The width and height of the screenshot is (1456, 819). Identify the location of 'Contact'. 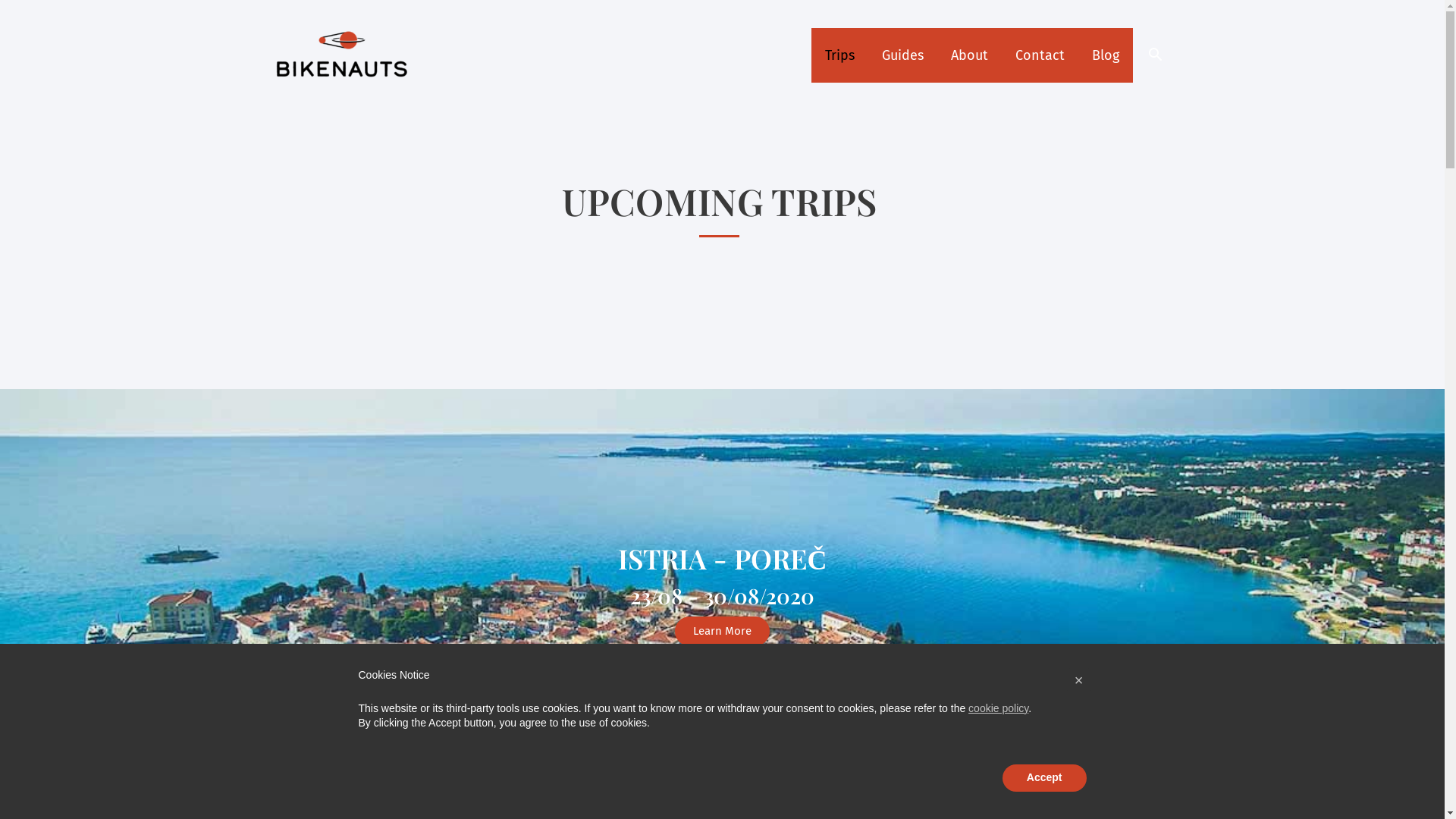
(1039, 55).